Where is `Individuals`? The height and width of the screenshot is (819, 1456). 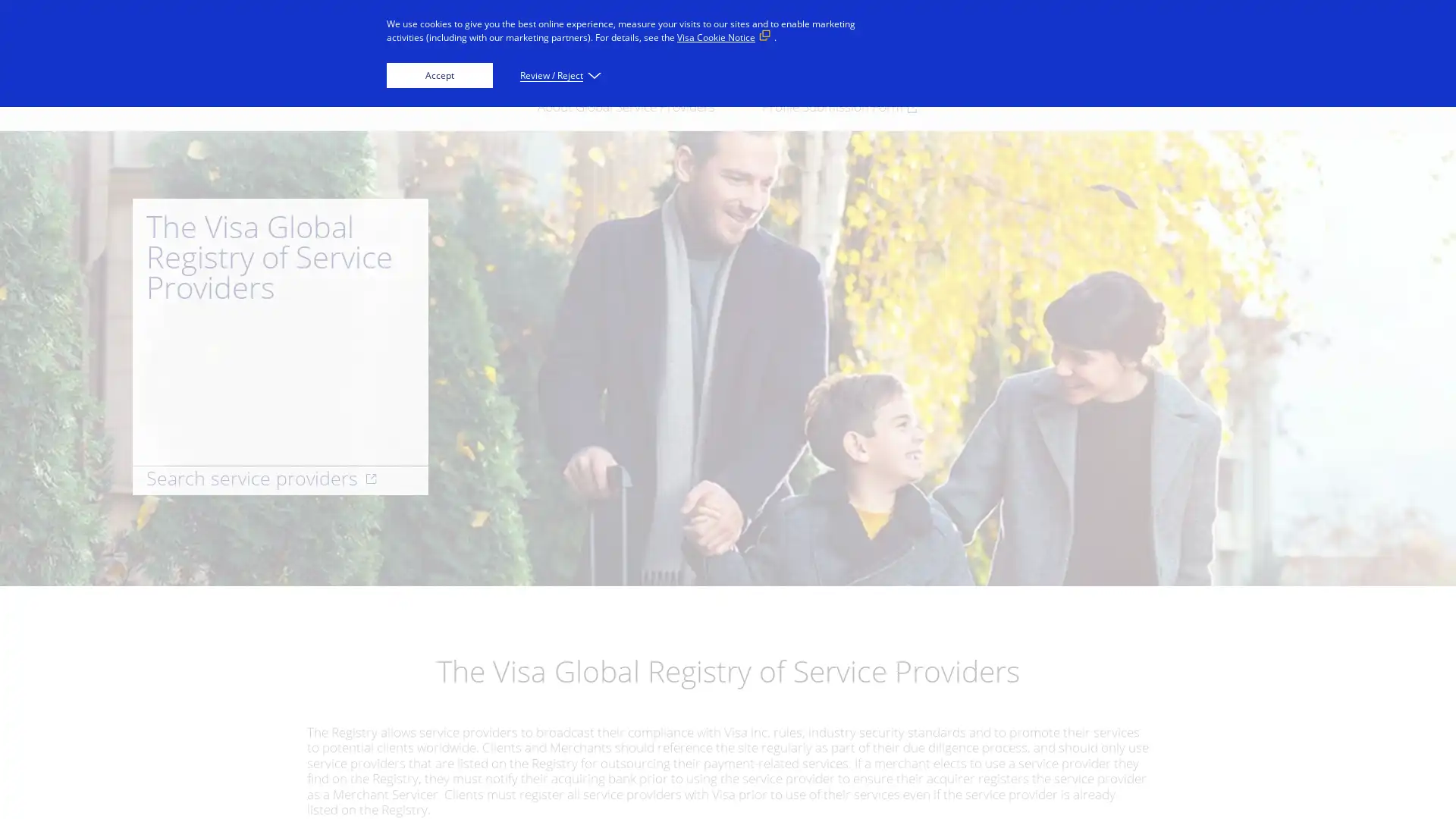
Individuals is located at coordinates (604, 40).